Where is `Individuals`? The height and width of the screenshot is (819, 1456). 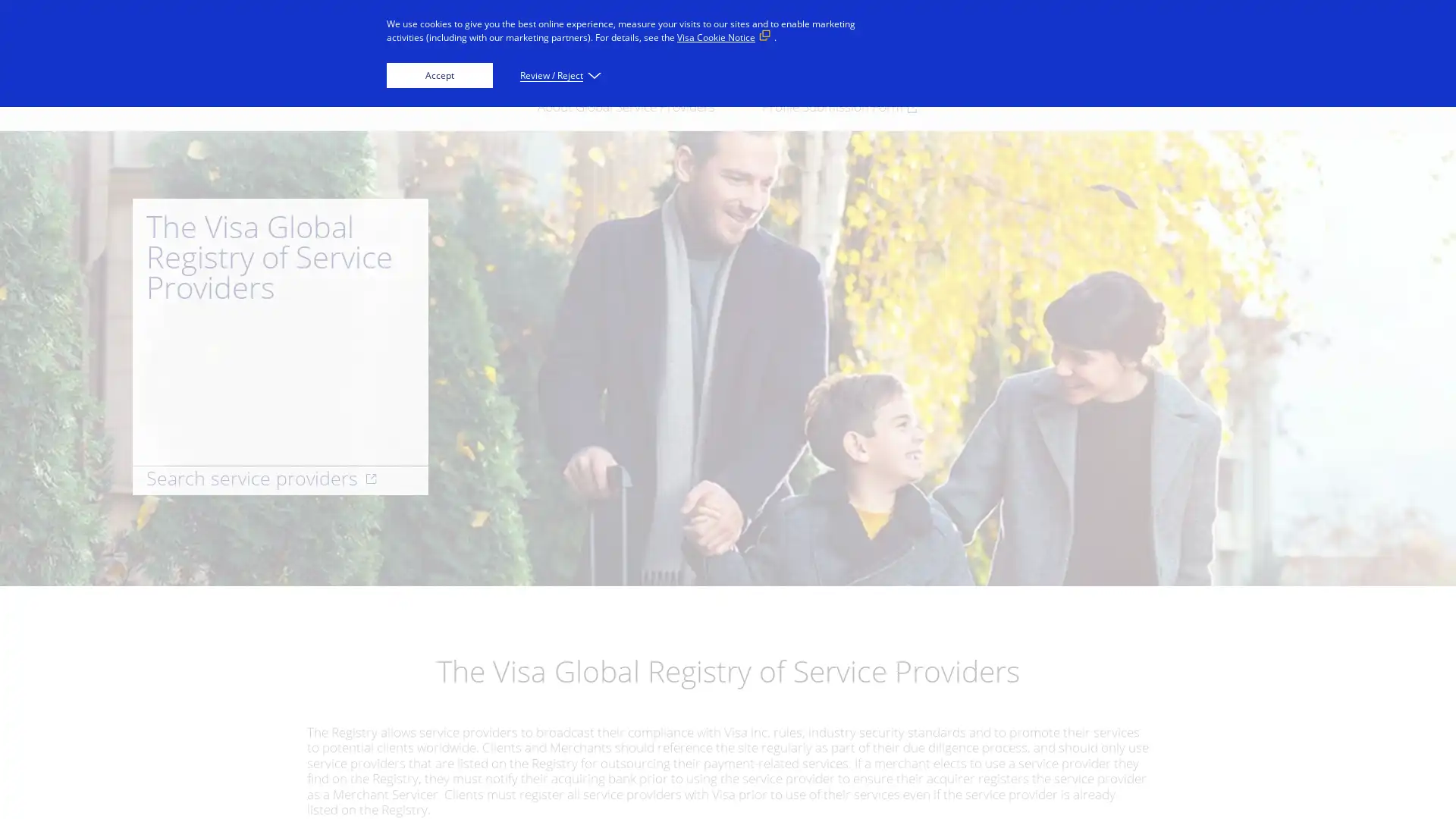
Individuals is located at coordinates (604, 40).